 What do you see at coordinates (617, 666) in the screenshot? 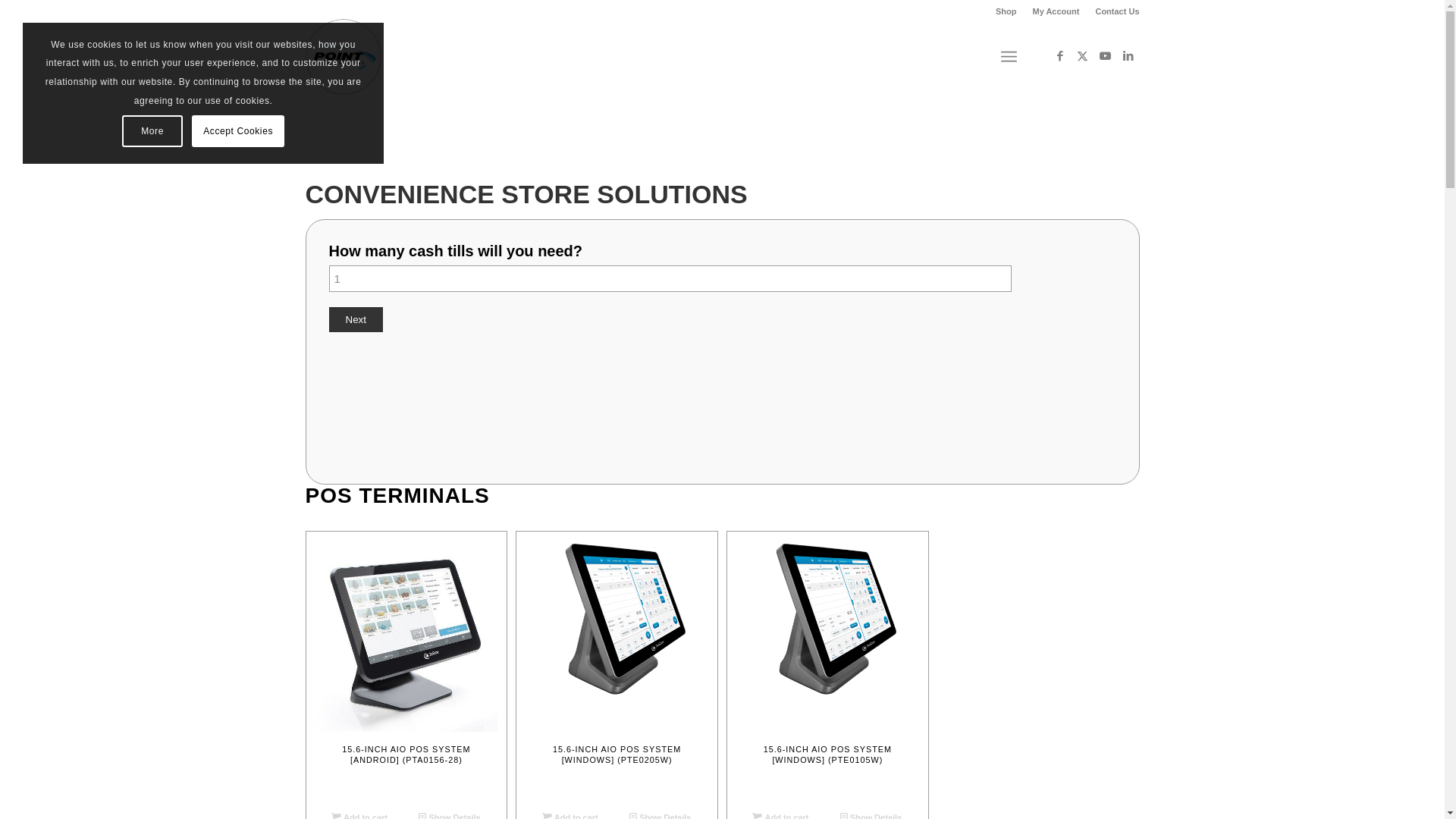
I see `'15.6-INCH AIO POS SYSTEM [WINDOWS] (PTE0205W)'` at bounding box center [617, 666].